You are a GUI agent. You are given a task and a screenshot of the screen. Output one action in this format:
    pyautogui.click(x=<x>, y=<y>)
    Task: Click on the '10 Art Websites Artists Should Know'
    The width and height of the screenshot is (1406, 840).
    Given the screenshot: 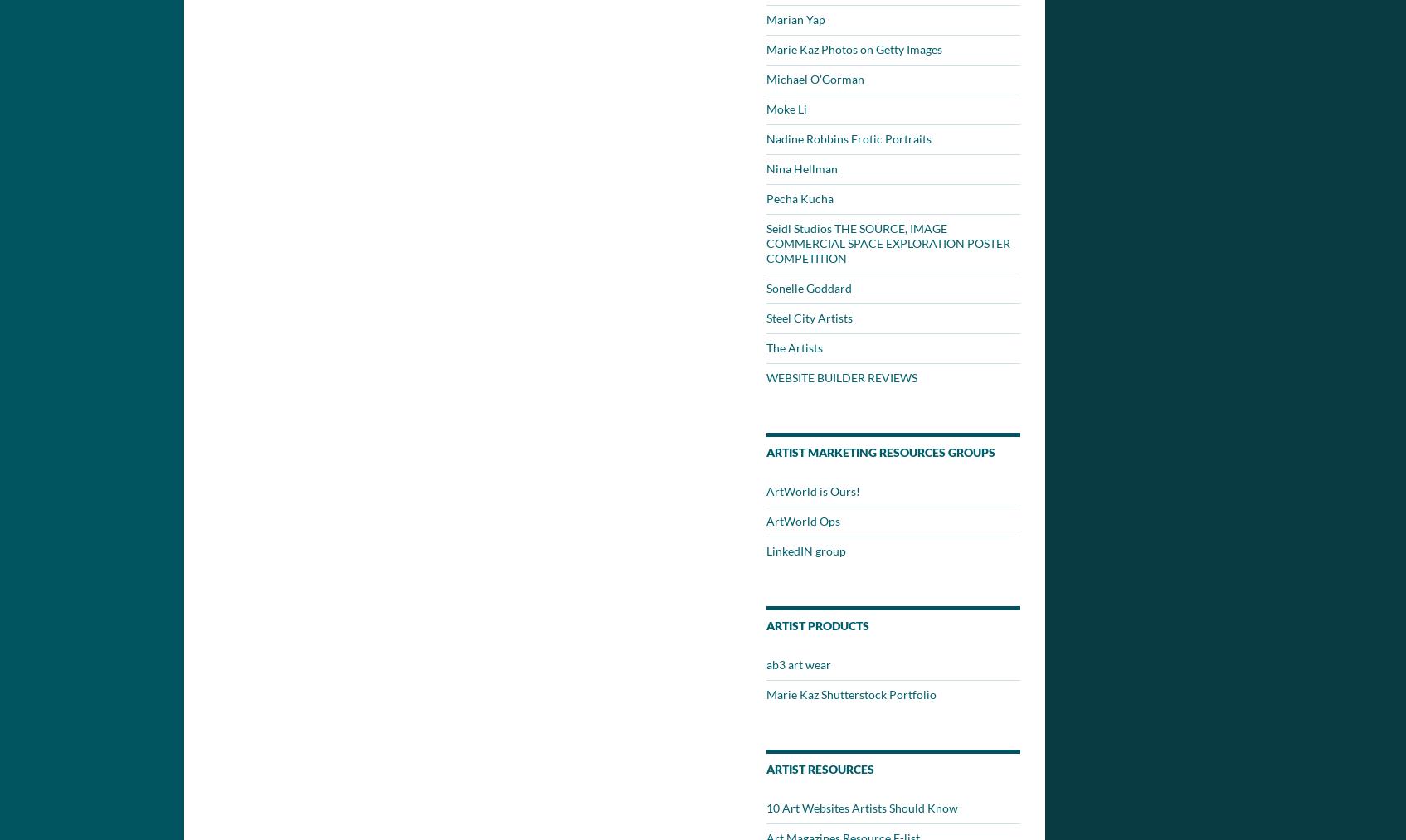 What is the action you would take?
    pyautogui.click(x=861, y=808)
    